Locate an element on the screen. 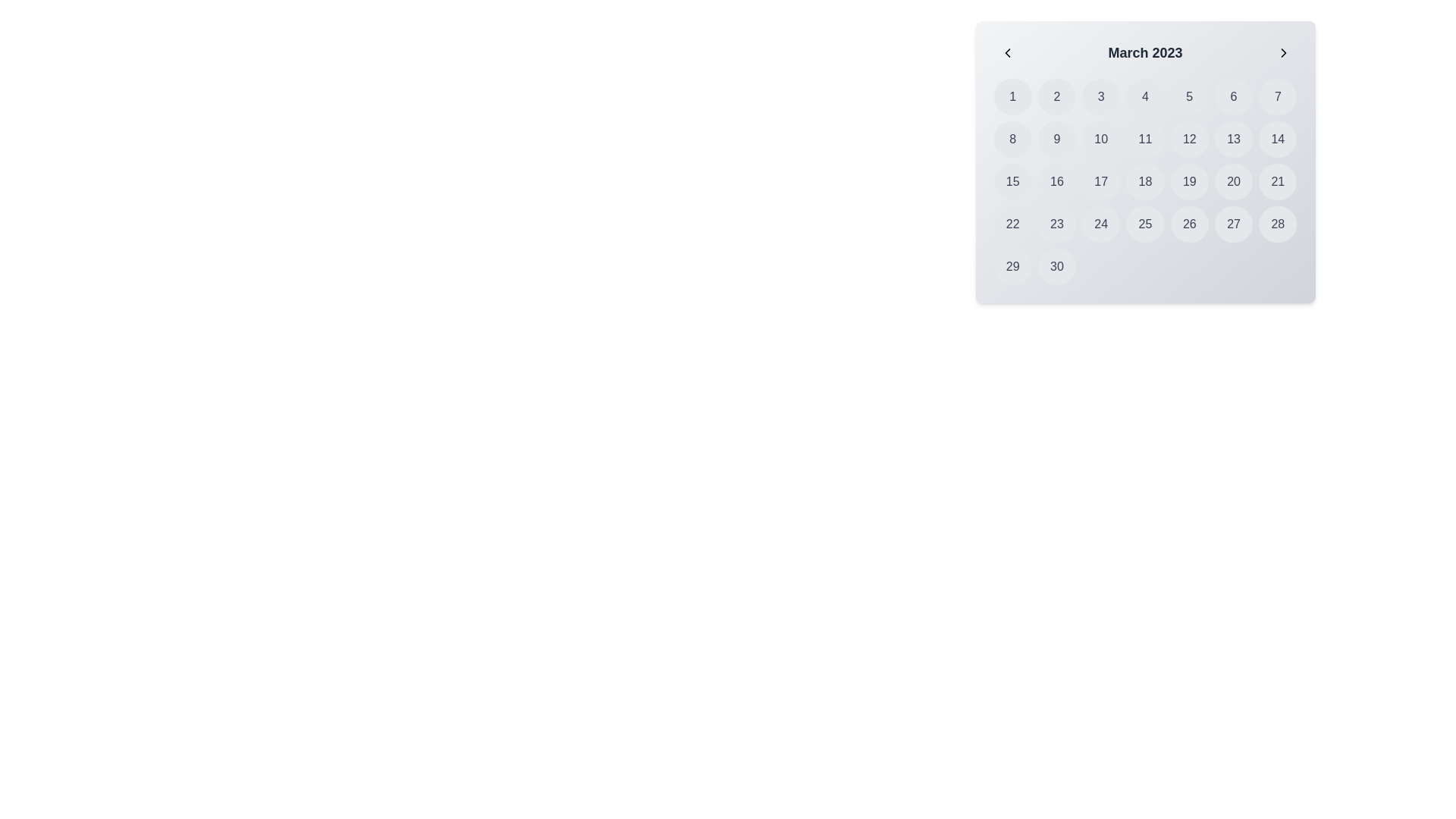 The image size is (1456, 819). the date button in the date selection grid to trigger a visual color change, indicating interactivity is located at coordinates (1145, 180).